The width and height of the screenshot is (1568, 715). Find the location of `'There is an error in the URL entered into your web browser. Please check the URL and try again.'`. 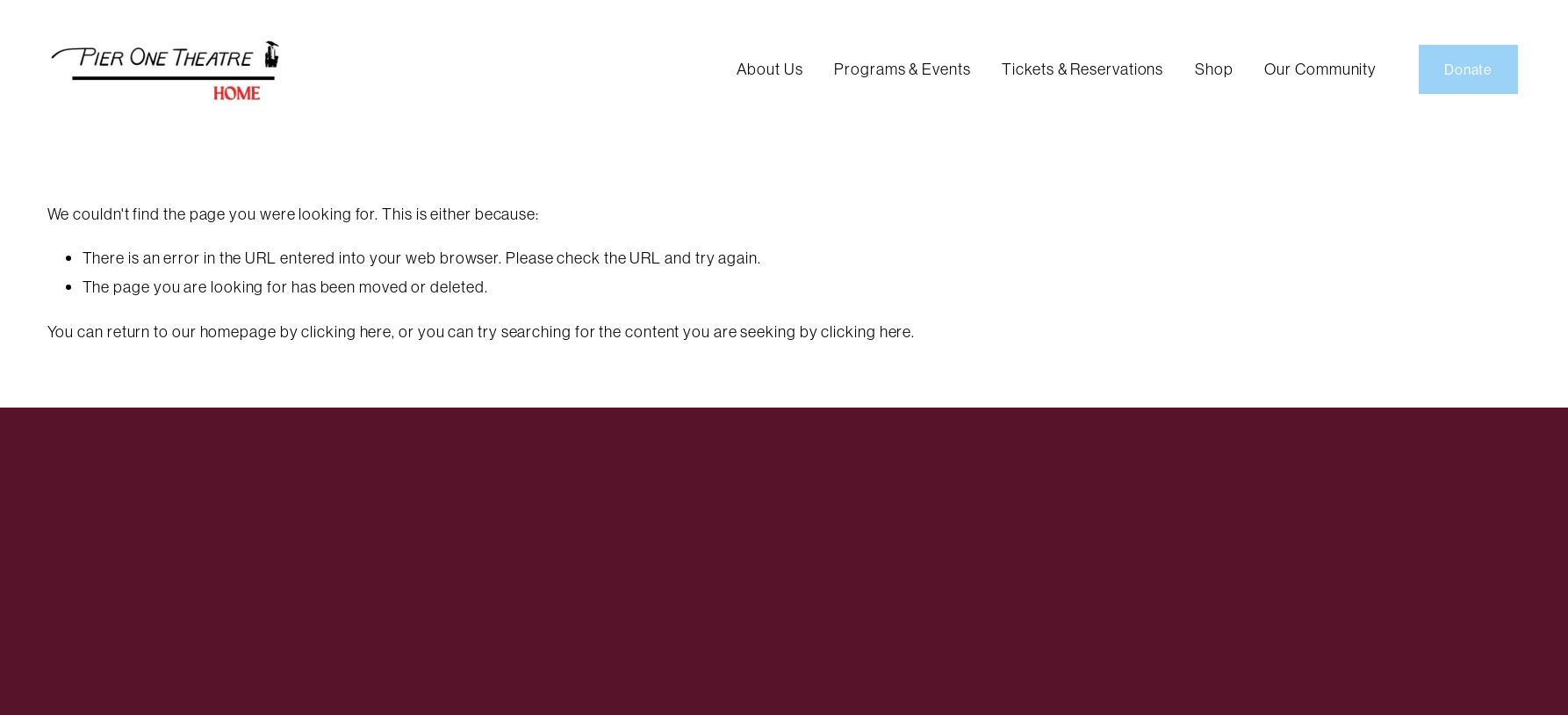

'There is an error in the URL entered into your web browser. Please check the URL and try again.' is located at coordinates (82, 257).